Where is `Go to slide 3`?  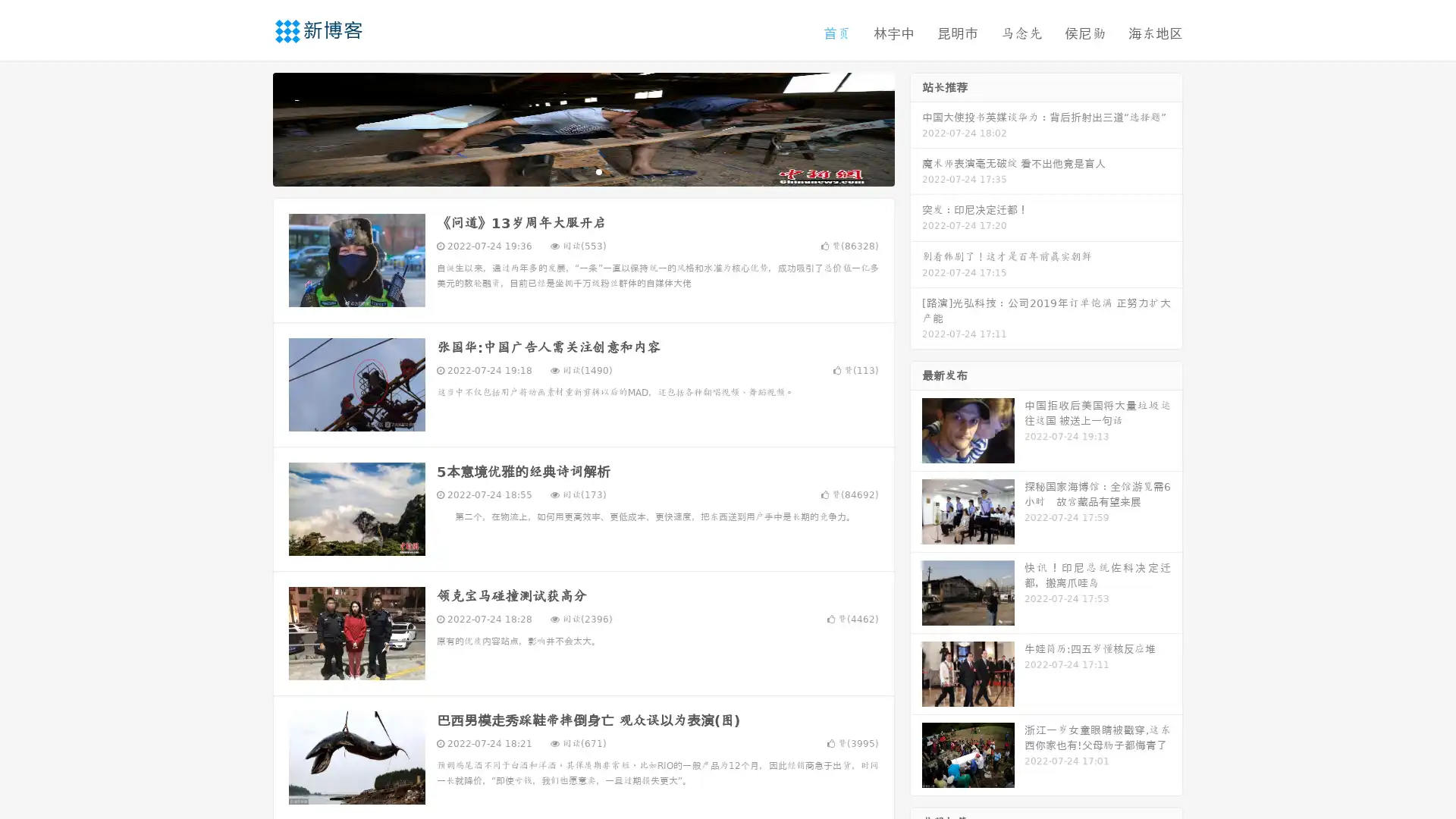 Go to slide 3 is located at coordinates (598, 171).